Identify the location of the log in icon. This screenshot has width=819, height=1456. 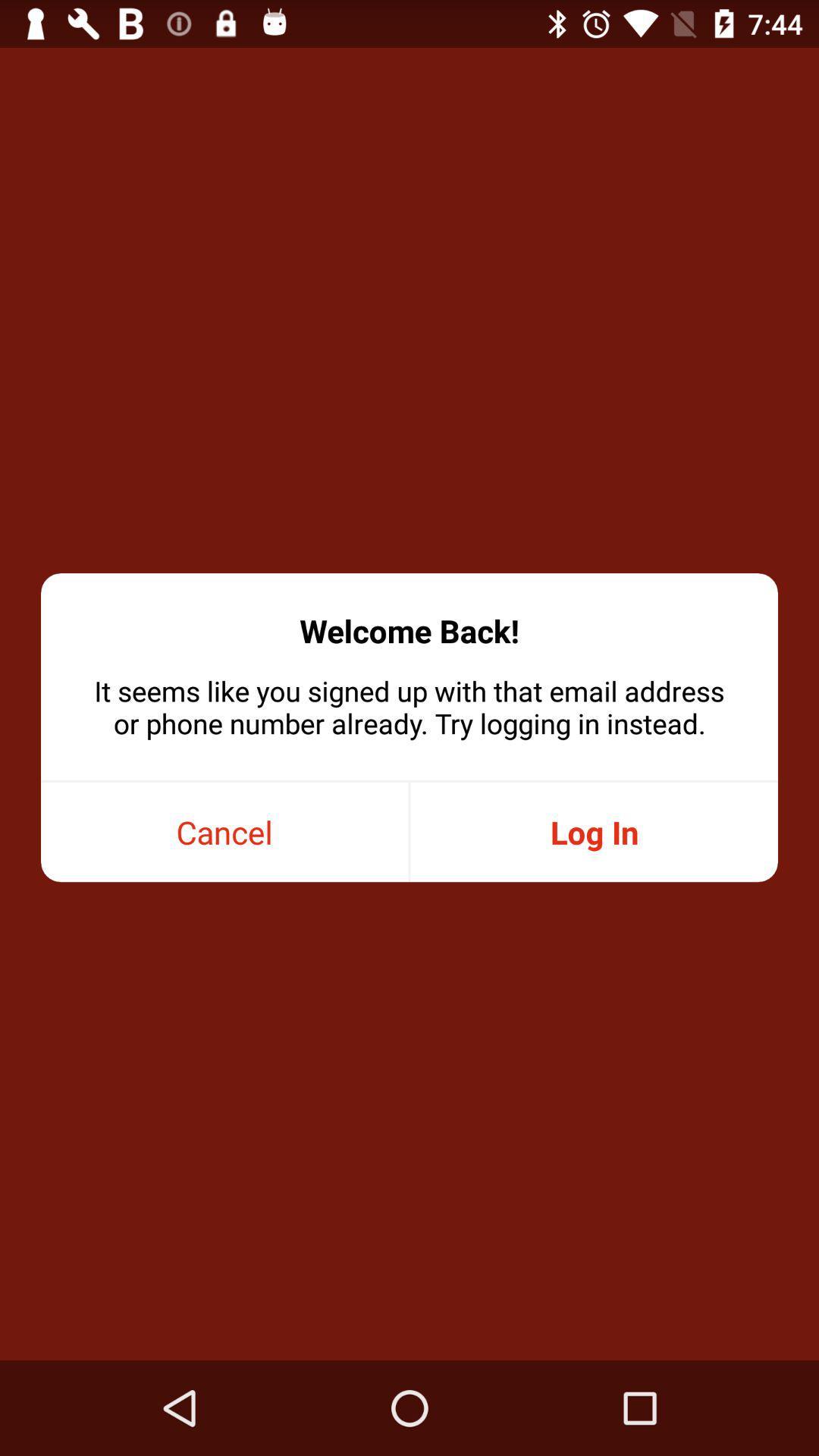
(593, 831).